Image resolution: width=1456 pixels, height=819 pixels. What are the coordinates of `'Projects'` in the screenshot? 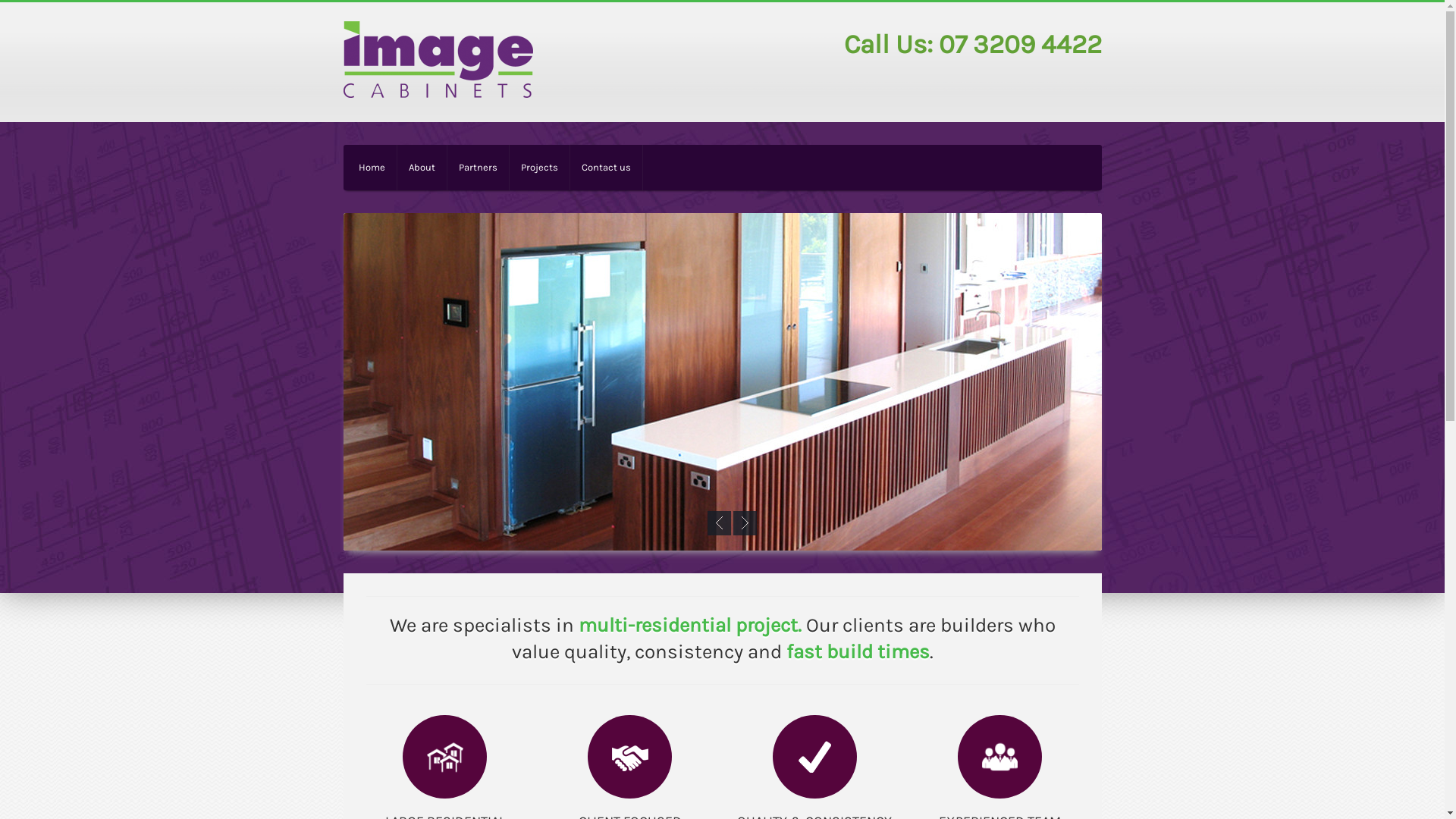 It's located at (539, 166).